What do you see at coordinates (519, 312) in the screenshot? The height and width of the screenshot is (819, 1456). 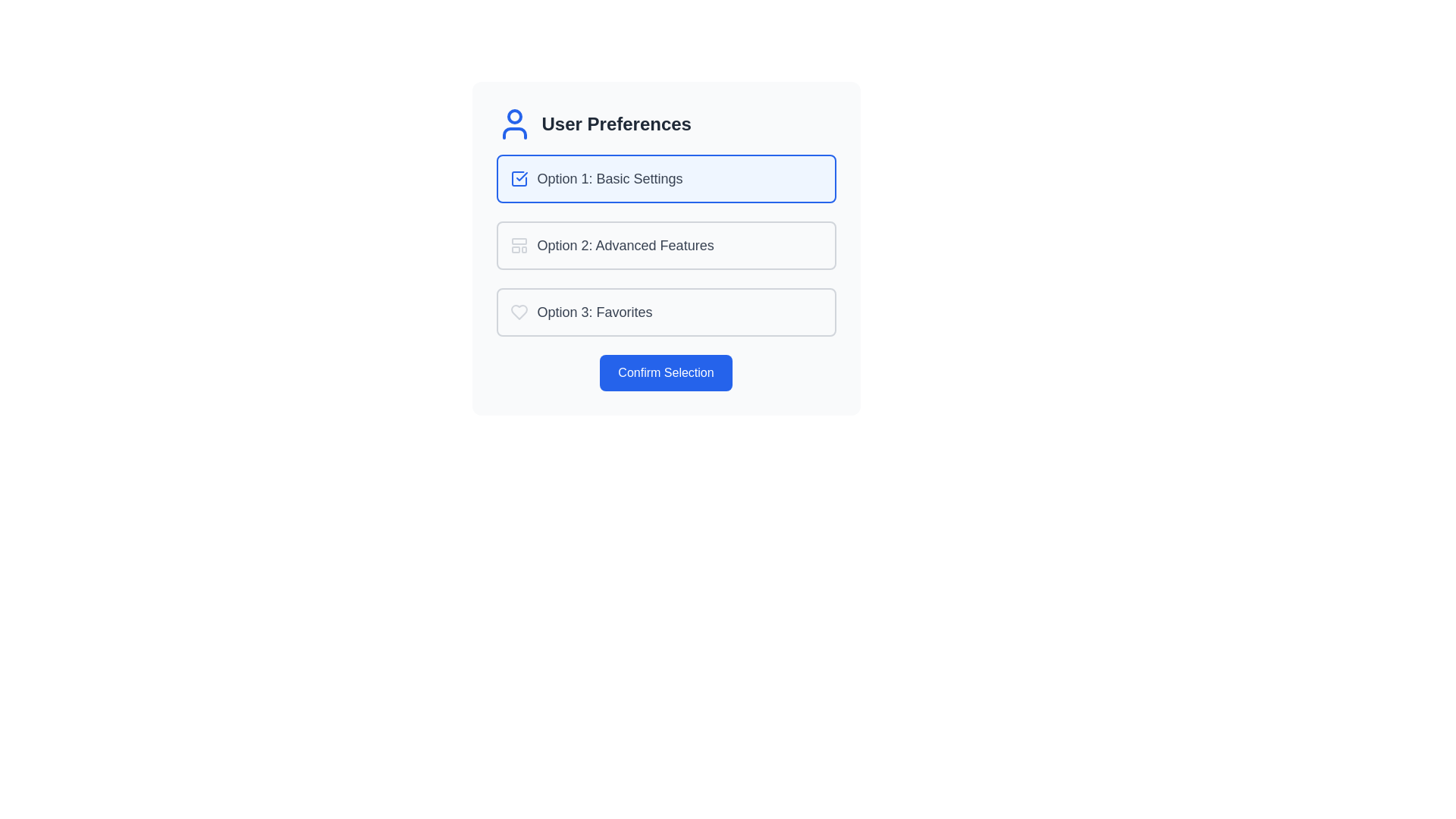 I see `the heart-shaped icon located to the left of the text 'Option 3: Favorites' in the 'User Preferences' menu for reference` at bounding box center [519, 312].